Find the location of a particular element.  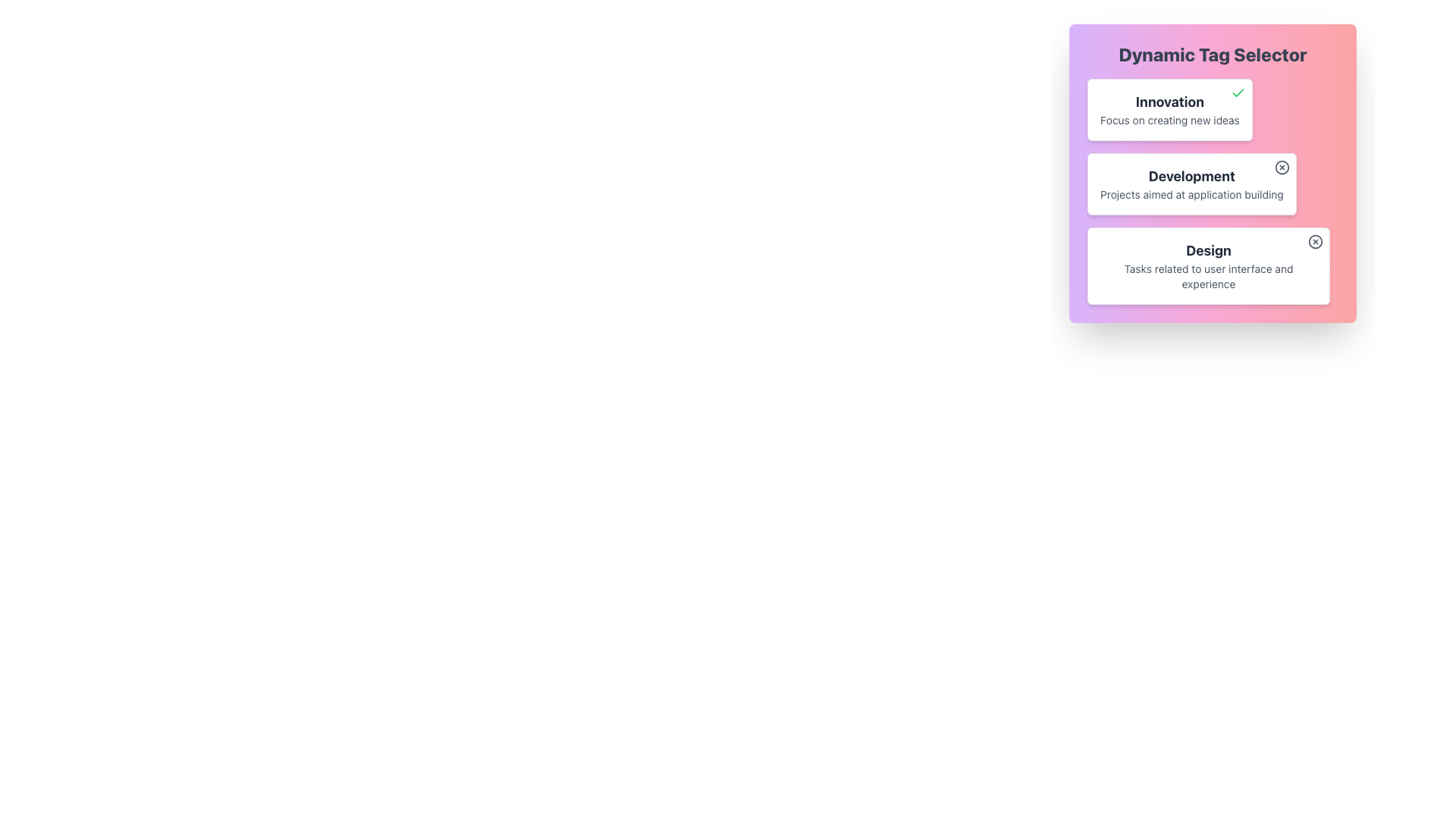

the circular icon located at the center of the right-most icon in the 'Design' tag of the 'Dynamic Tag Selector' UI component to initiate the deletion action is located at coordinates (1314, 241).